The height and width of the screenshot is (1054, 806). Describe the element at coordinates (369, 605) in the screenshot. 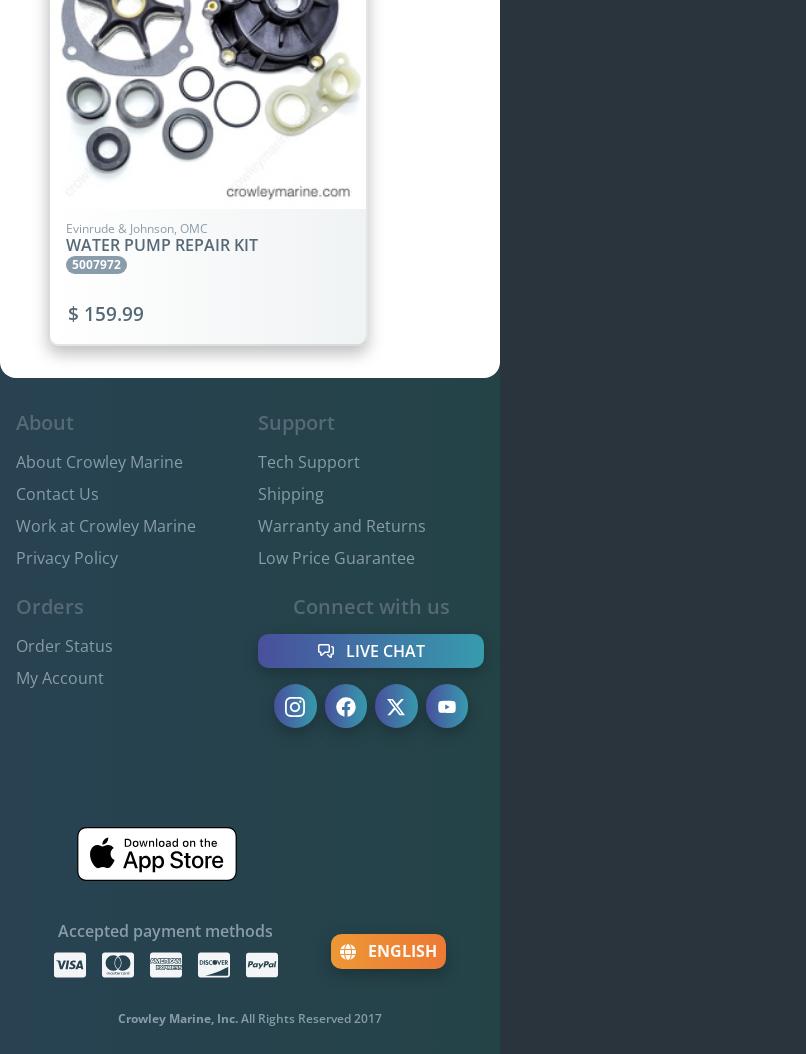

I see `'Connect with us'` at that location.